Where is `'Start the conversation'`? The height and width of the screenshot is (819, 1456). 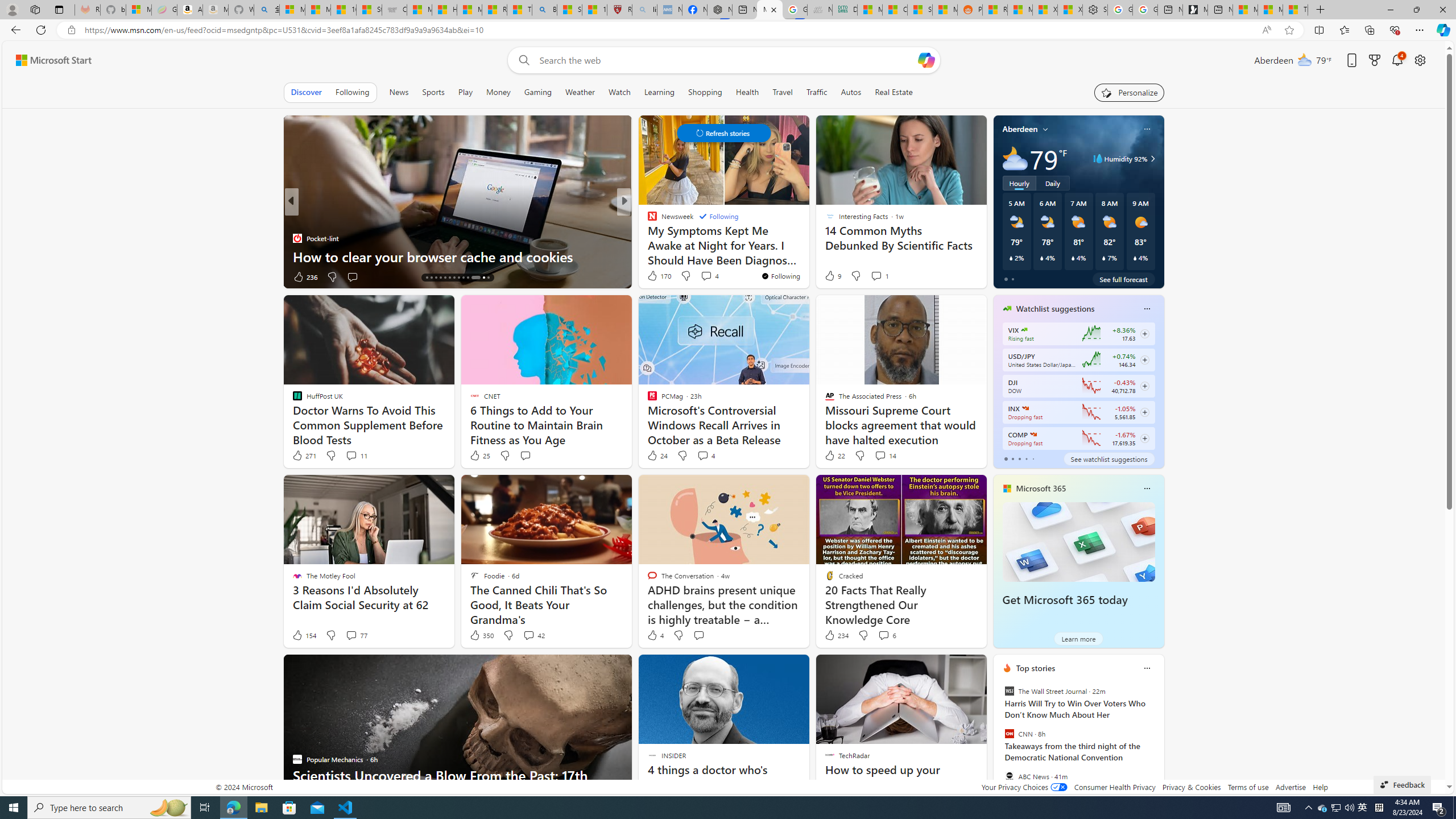 'Start the conversation' is located at coordinates (698, 634).